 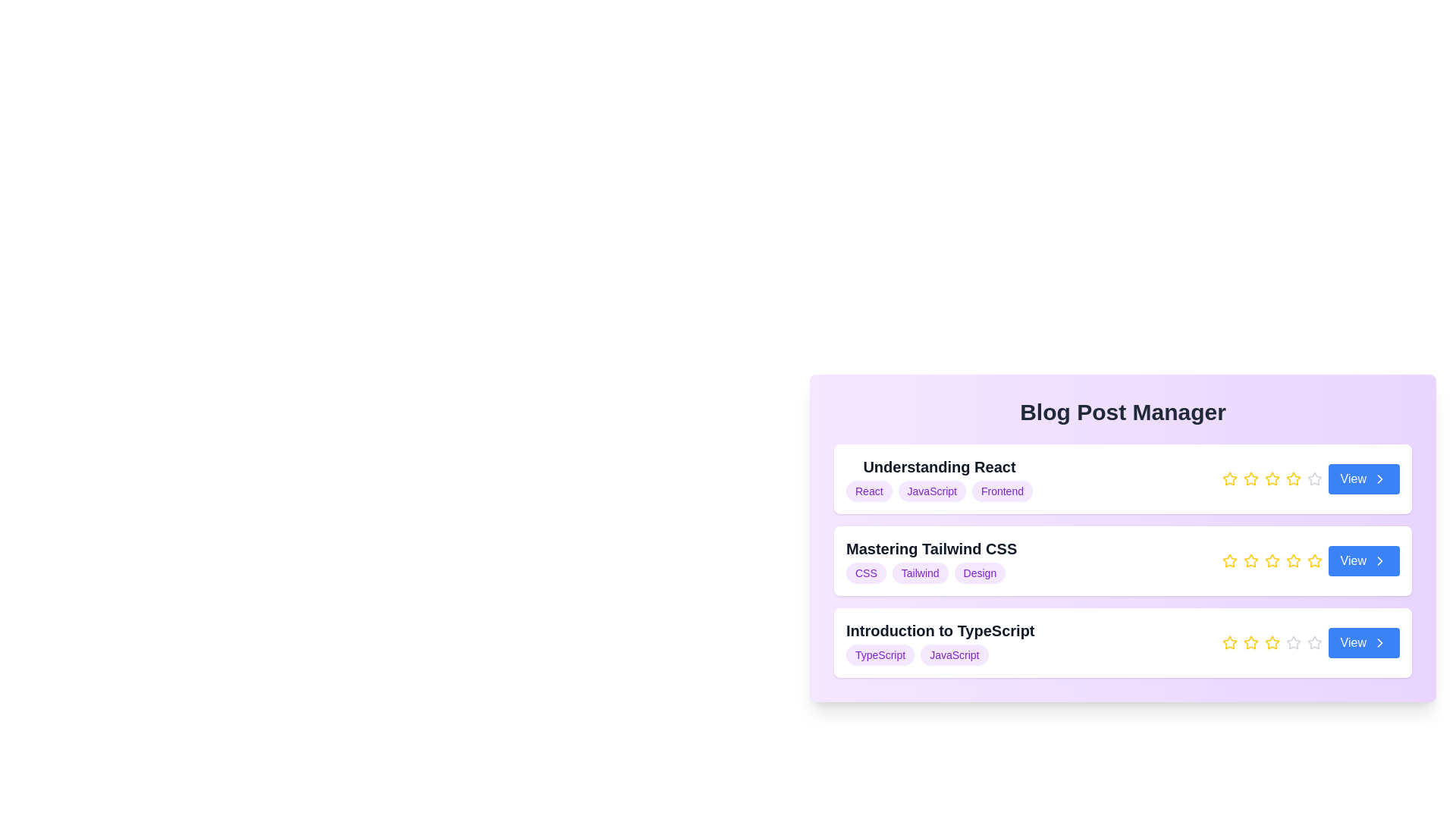 I want to click on the arrow indicator located on the far-right side of the 'View' button for the 'Mastering Tailwind CSS' blog post, so click(x=1379, y=561).